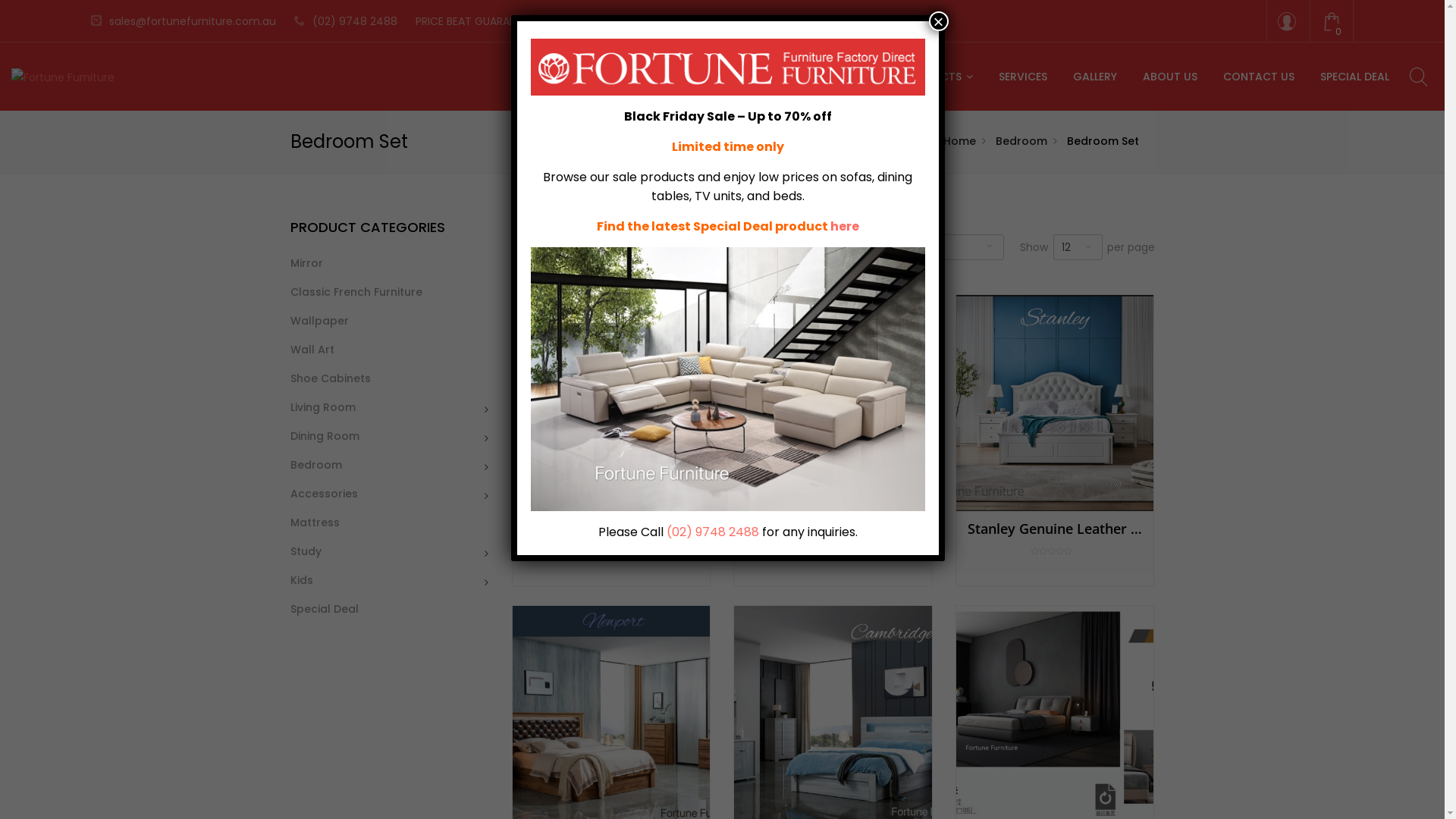  What do you see at coordinates (355, 290) in the screenshot?
I see `'Classic French Furniture'` at bounding box center [355, 290].